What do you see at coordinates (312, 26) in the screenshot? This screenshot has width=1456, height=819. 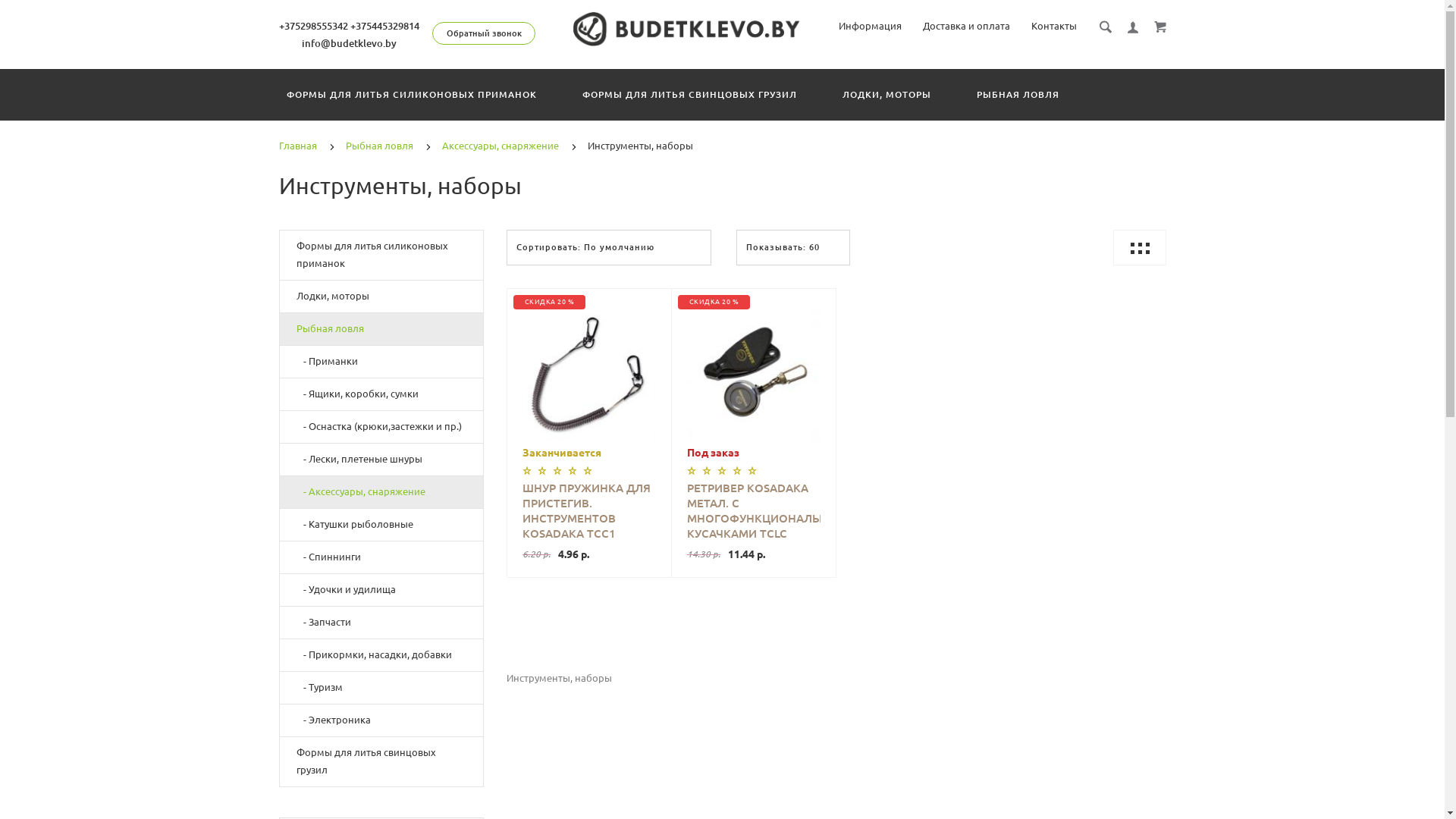 I see `'+375298555342'` at bounding box center [312, 26].